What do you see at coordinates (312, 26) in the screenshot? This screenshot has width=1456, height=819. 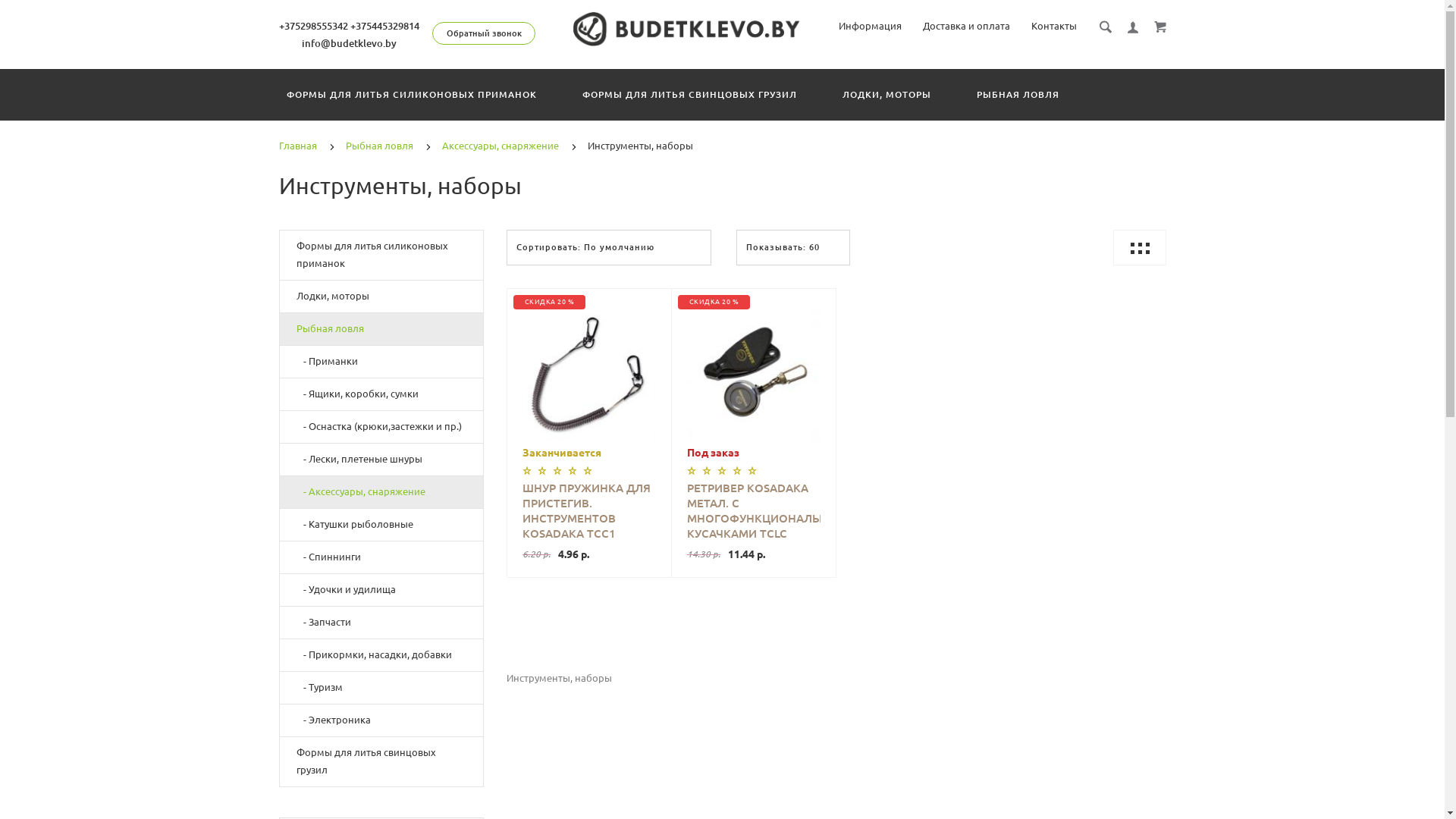 I see `'+375298555342'` at bounding box center [312, 26].